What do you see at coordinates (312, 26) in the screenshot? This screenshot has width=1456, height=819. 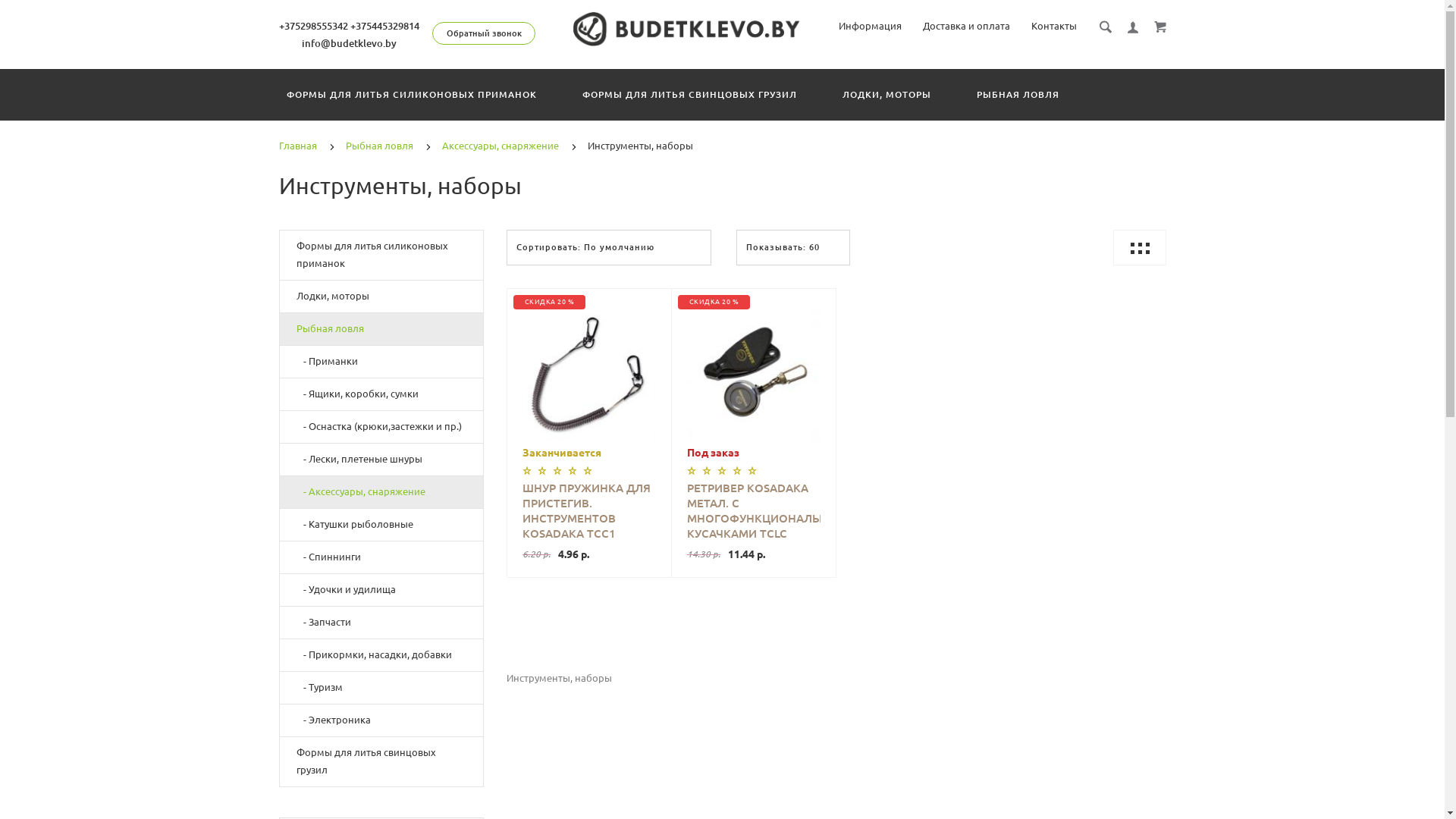 I see `'+375298555342'` at bounding box center [312, 26].